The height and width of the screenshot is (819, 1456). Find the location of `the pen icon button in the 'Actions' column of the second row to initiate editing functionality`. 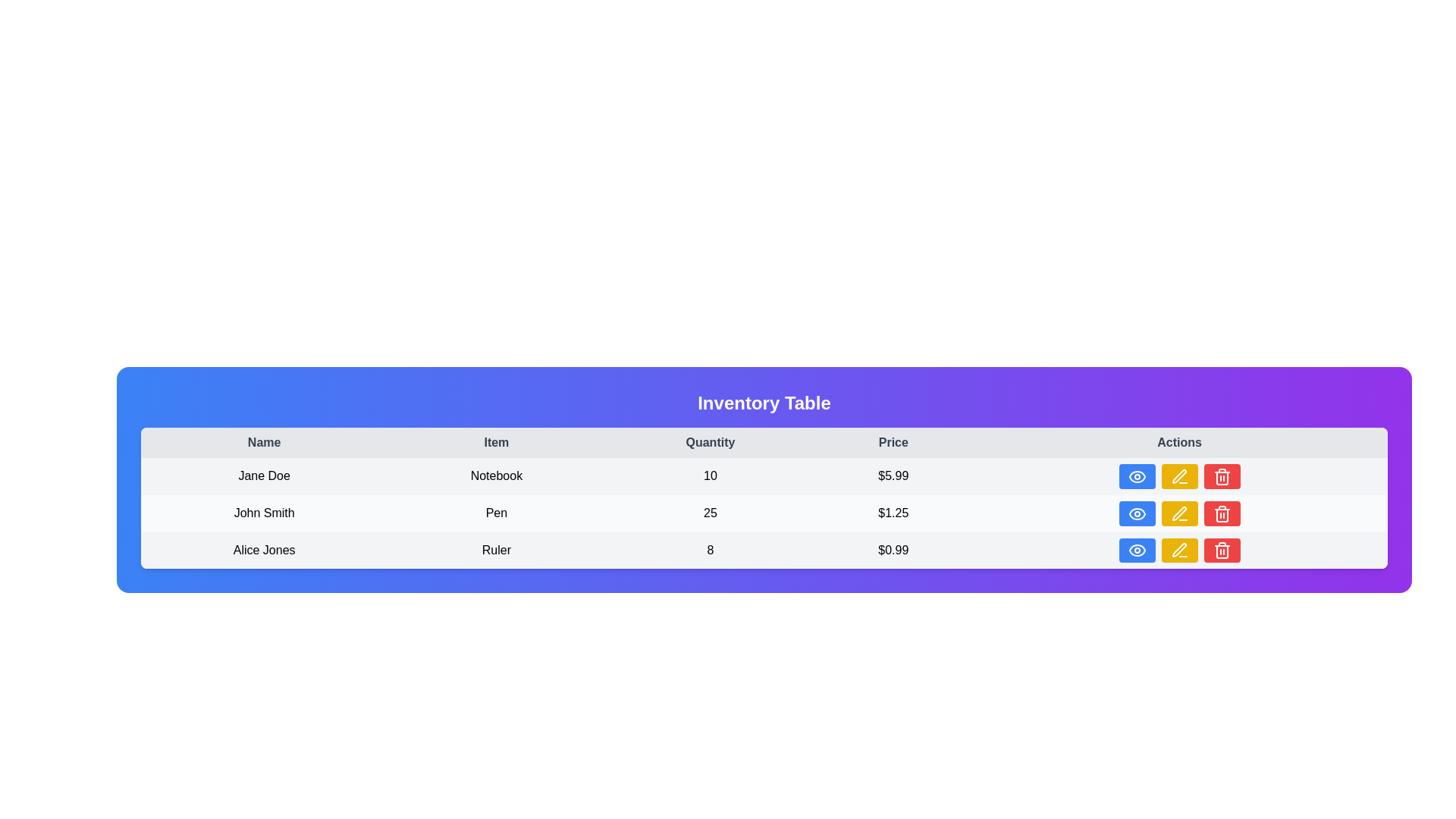

the pen icon button in the 'Actions' column of the second row to initiate editing functionality is located at coordinates (1178, 475).